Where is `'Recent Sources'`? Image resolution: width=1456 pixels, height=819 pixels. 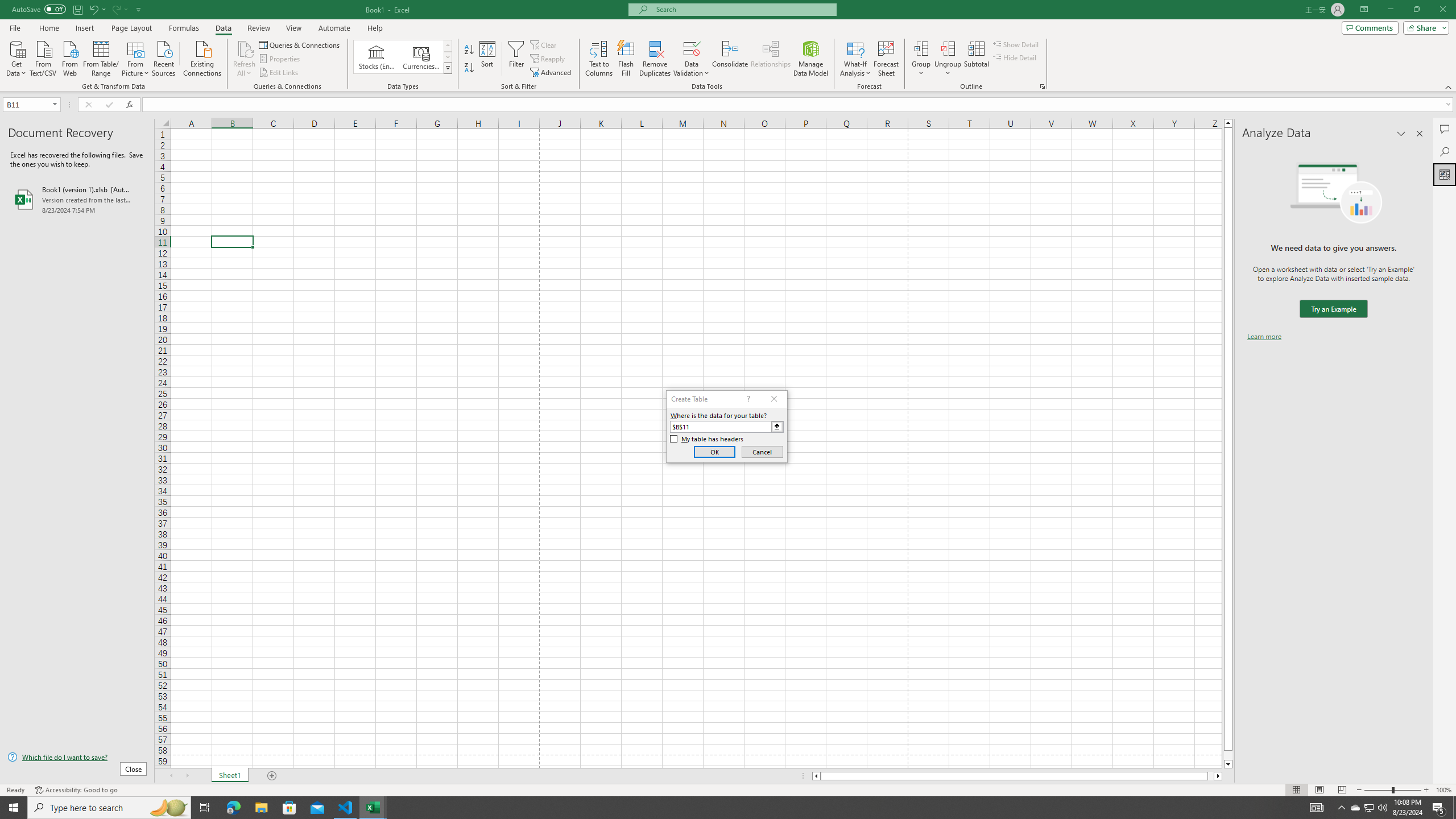 'Recent Sources' is located at coordinates (164, 57).